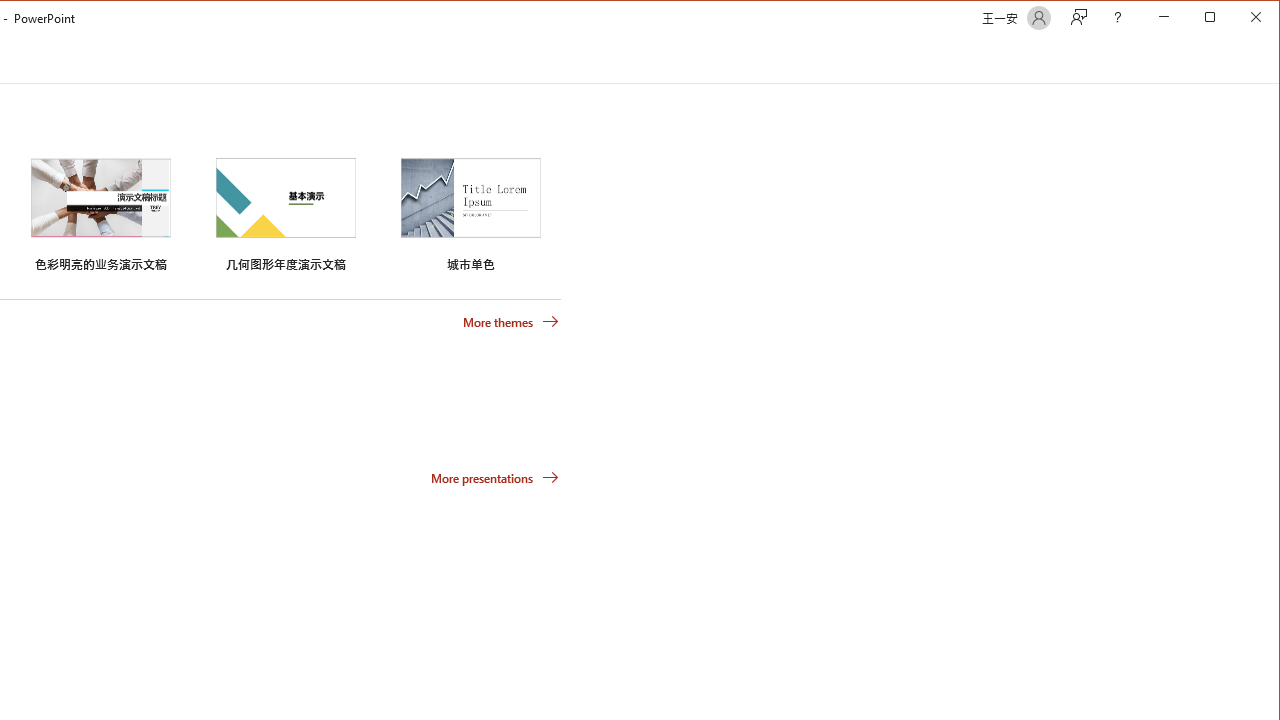  Describe the element at coordinates (494, 478) in the screenshot. I see `'More presentations'` at that location.